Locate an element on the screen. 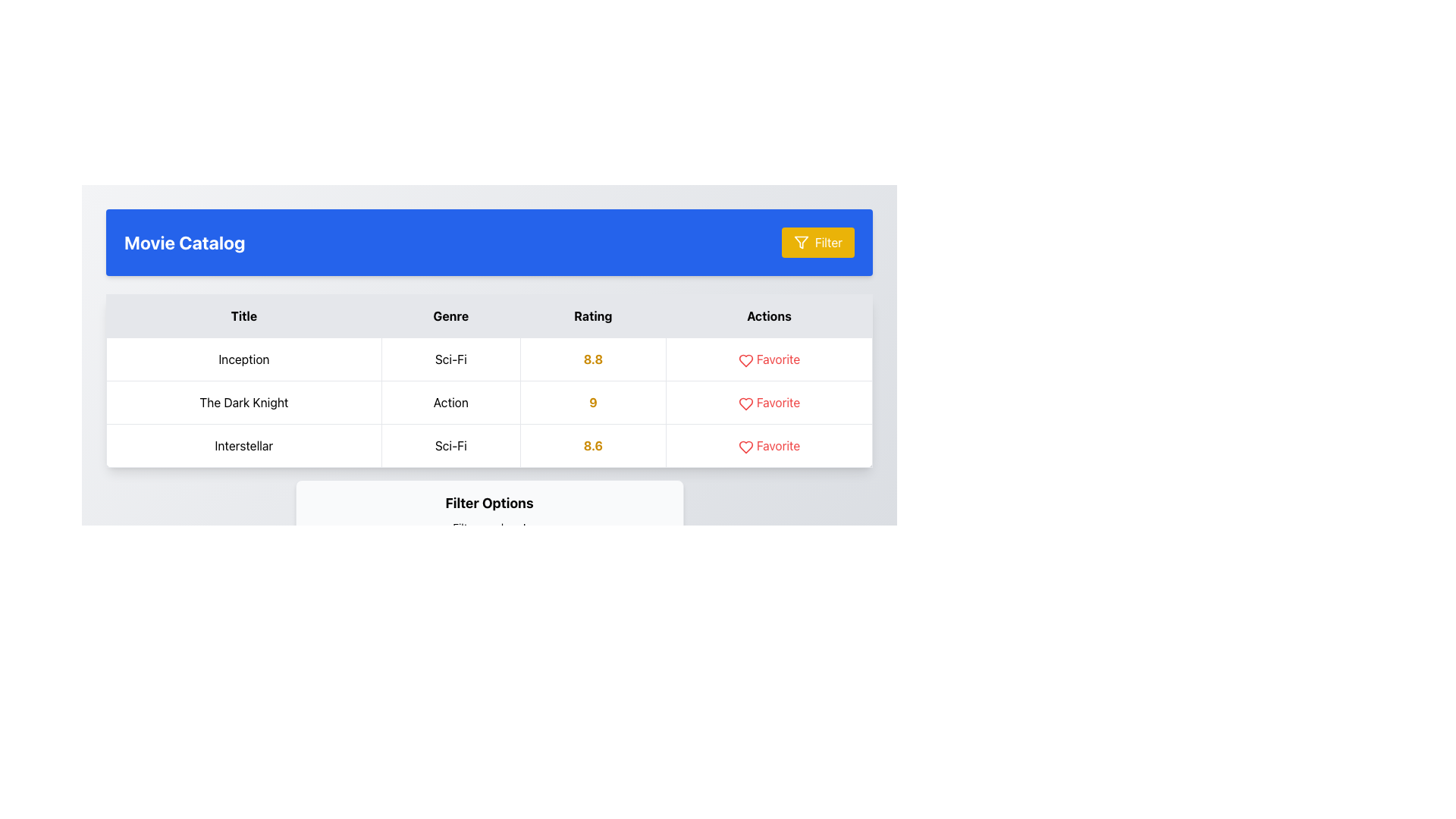  the header text labeled 'Actions', which is styled with a light gray background and bold black font, located as the fourth column header in a table-like structure is located at coordinates (769, 315).